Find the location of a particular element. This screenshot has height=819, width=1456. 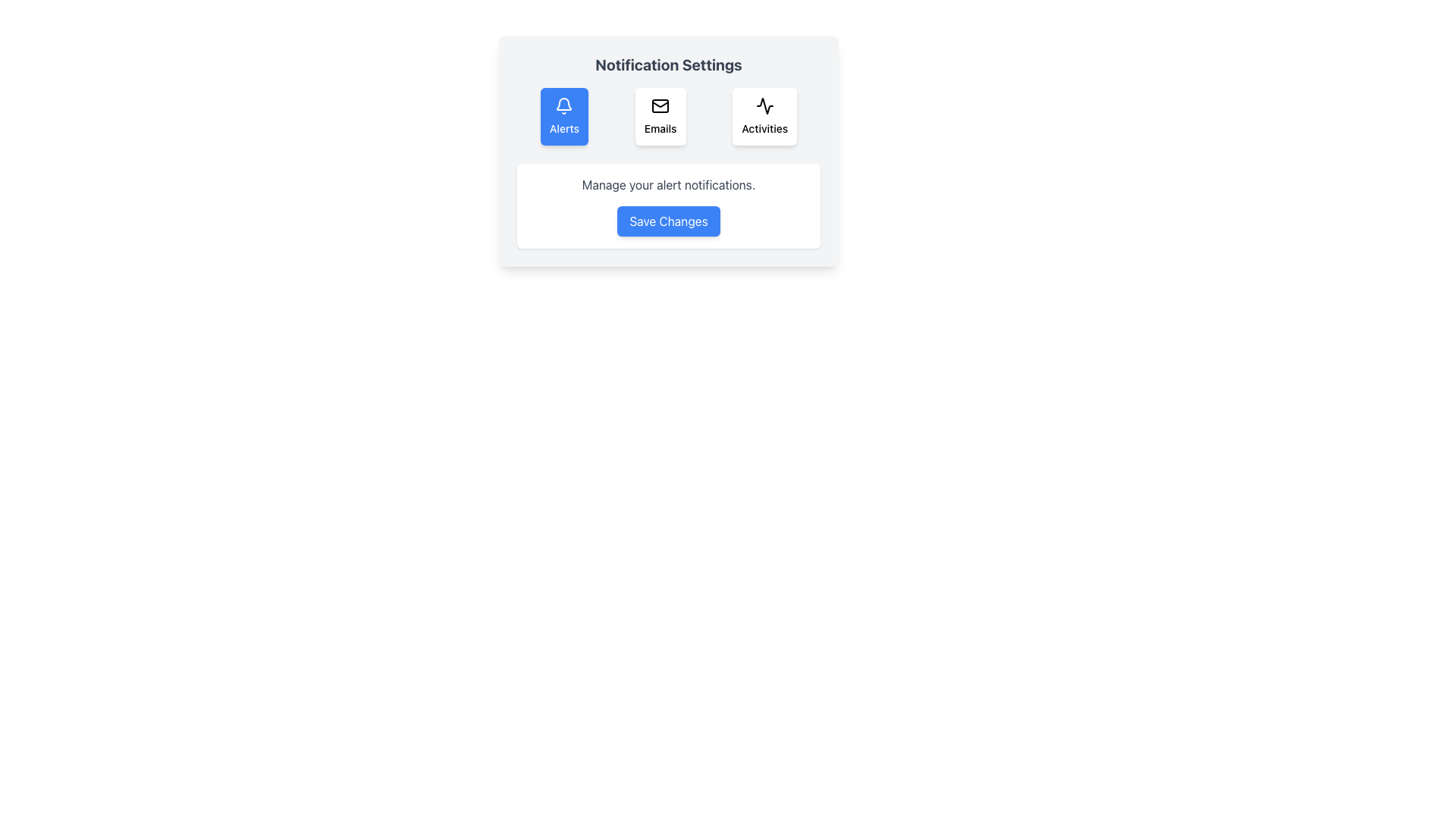

the envelope icon that is centered at the top of the 'Emails' button in the Notification Settings section is located at coordinates (661, 105).